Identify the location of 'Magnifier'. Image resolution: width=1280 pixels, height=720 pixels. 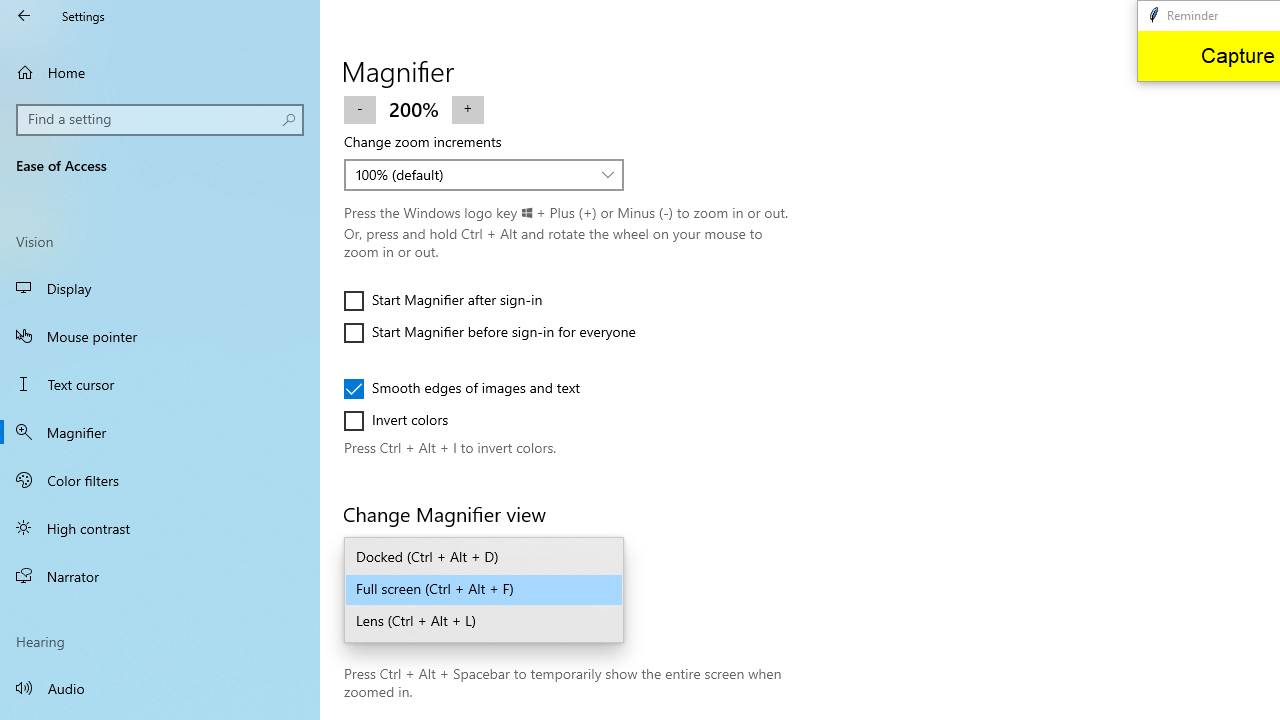
(160, 431).